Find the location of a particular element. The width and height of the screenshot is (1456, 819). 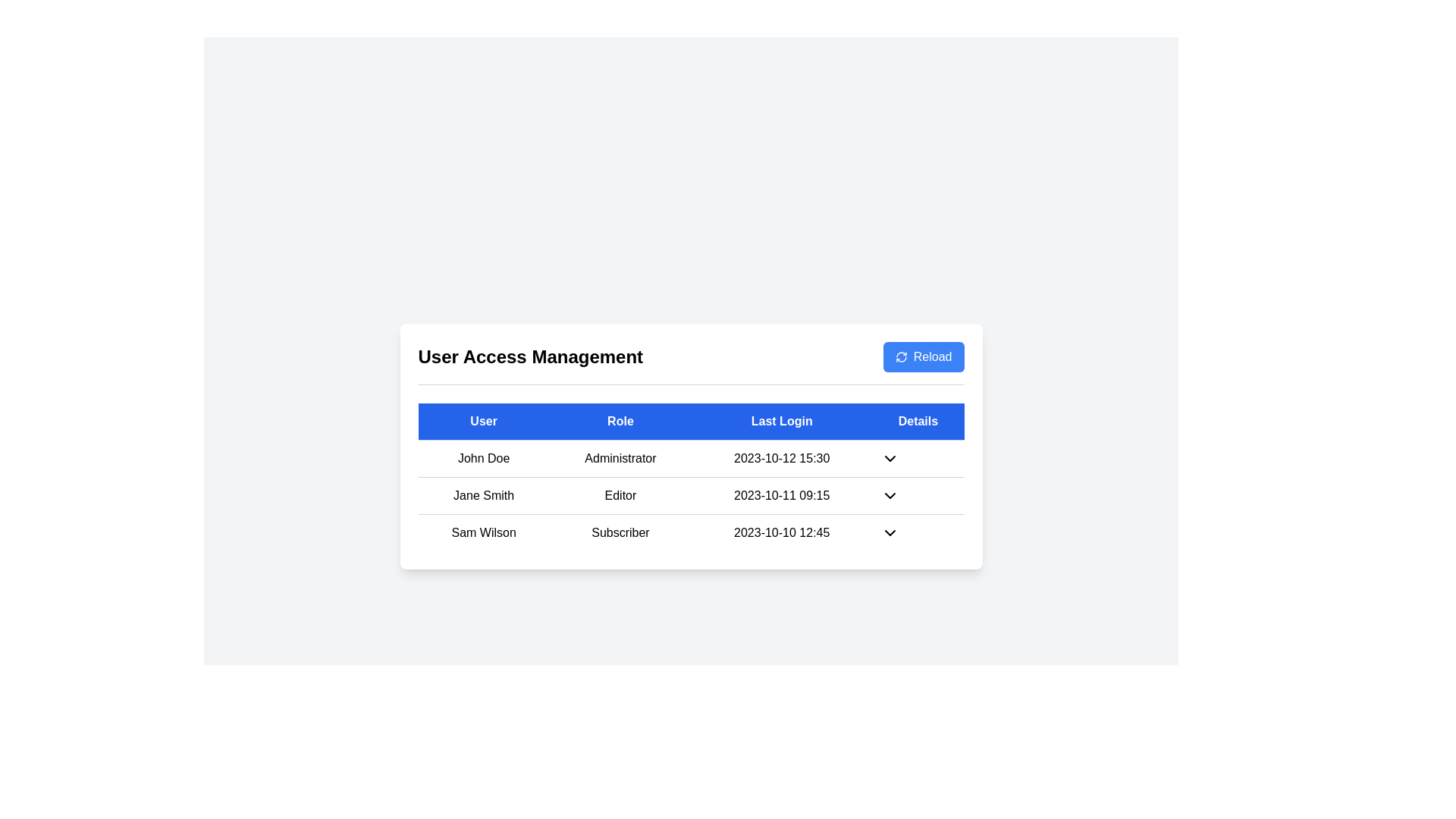

the reload icon located on the left side of the 'Reload' button is located at coordinates (901, 356).